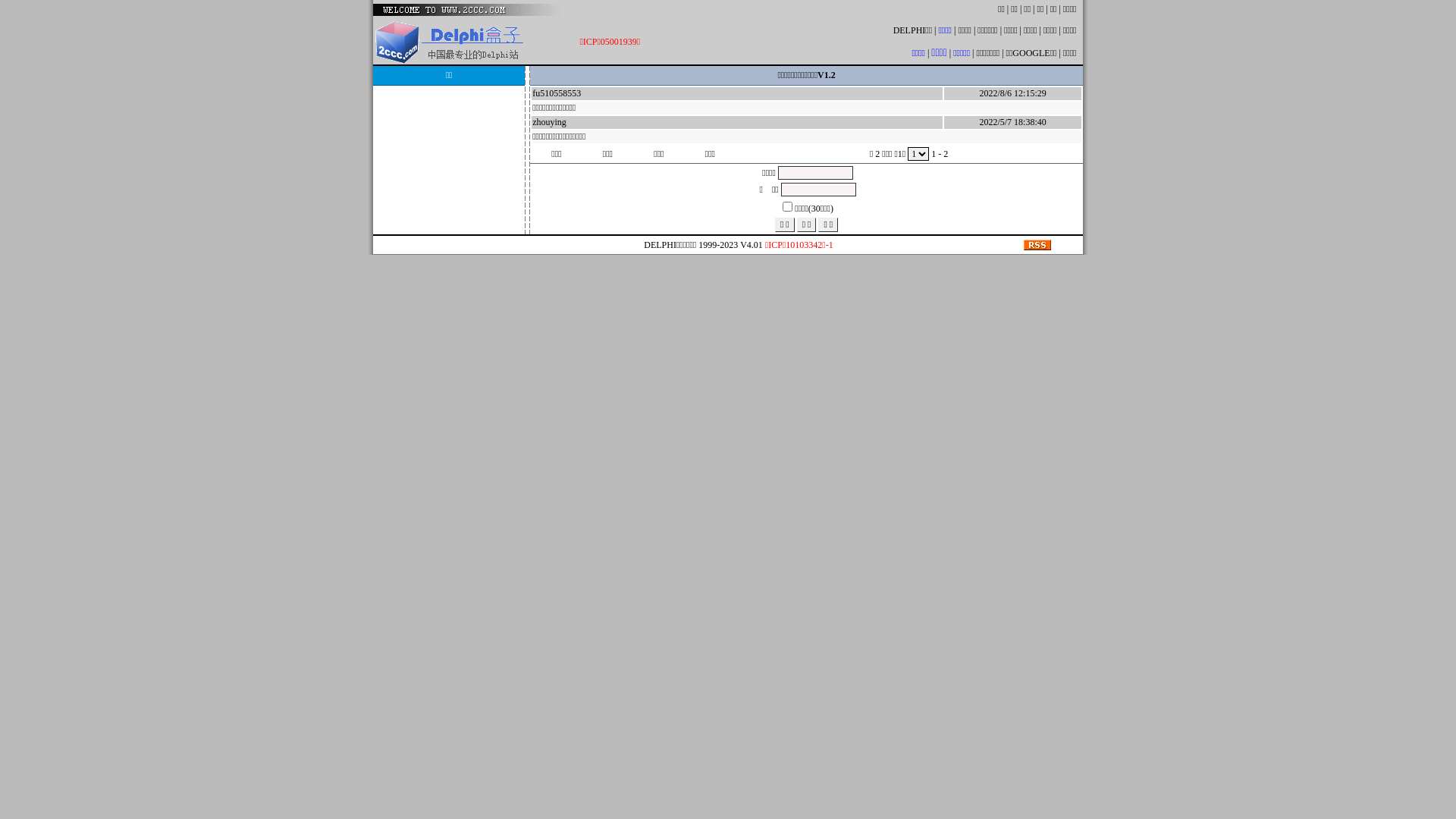  What do you see at coordinates (548, 121) in the screenshot?
I see `'zhouying'` at bounding box center [548, 121].